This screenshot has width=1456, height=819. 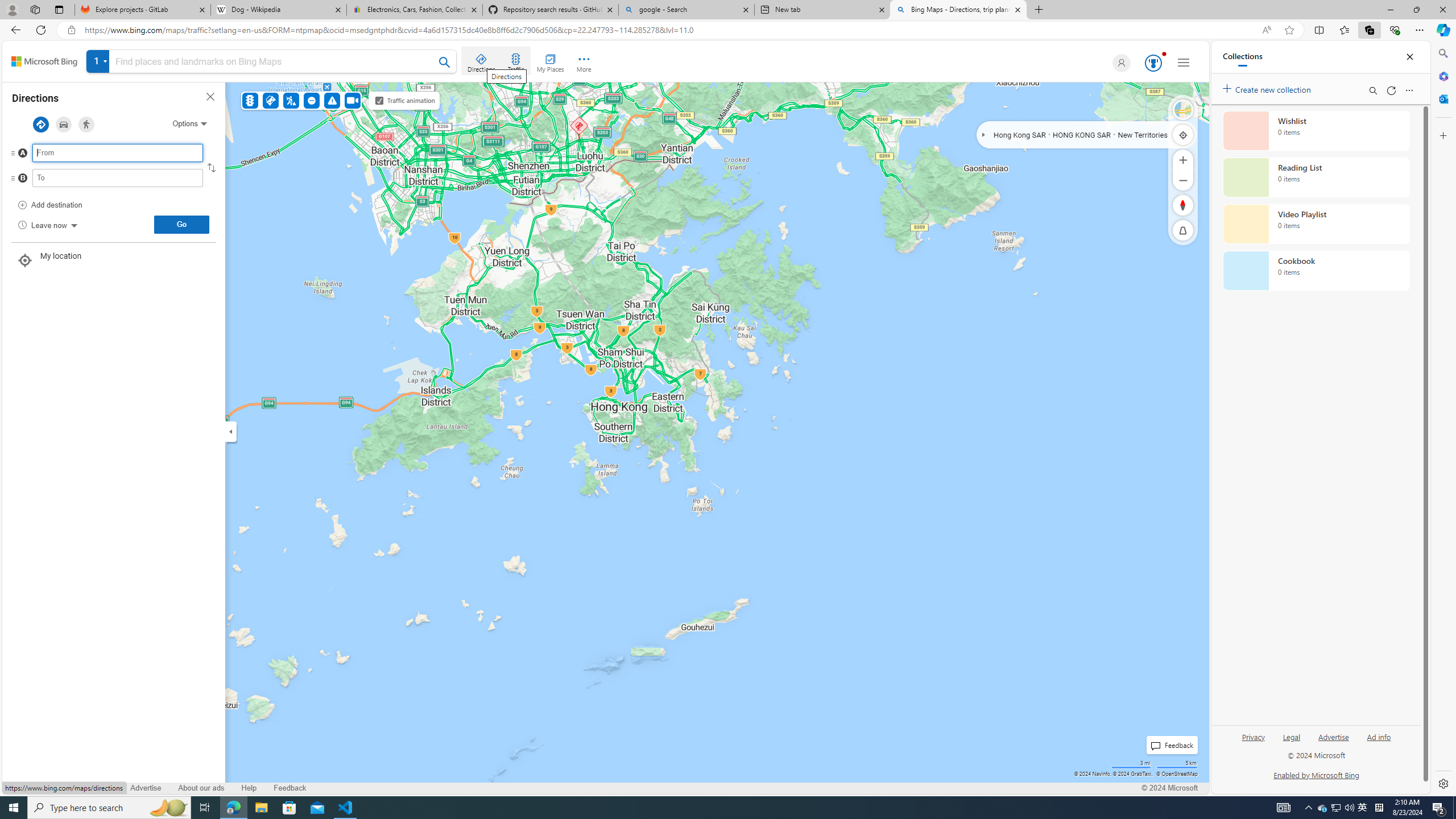 I want to click on 'More', so click(x=584, y=61).